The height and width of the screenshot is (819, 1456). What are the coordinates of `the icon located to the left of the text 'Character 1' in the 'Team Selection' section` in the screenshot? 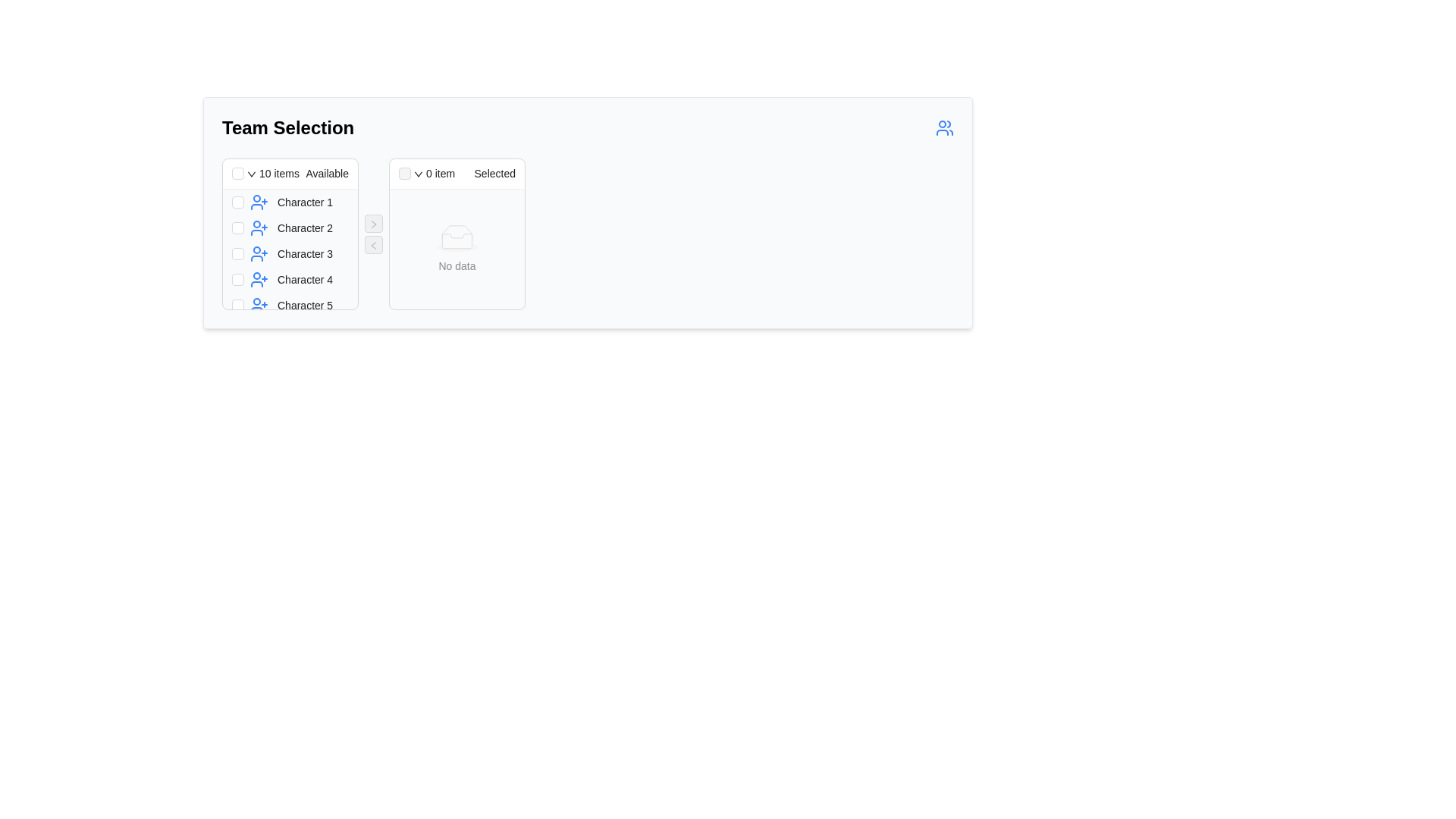 It's located at (259, 201).